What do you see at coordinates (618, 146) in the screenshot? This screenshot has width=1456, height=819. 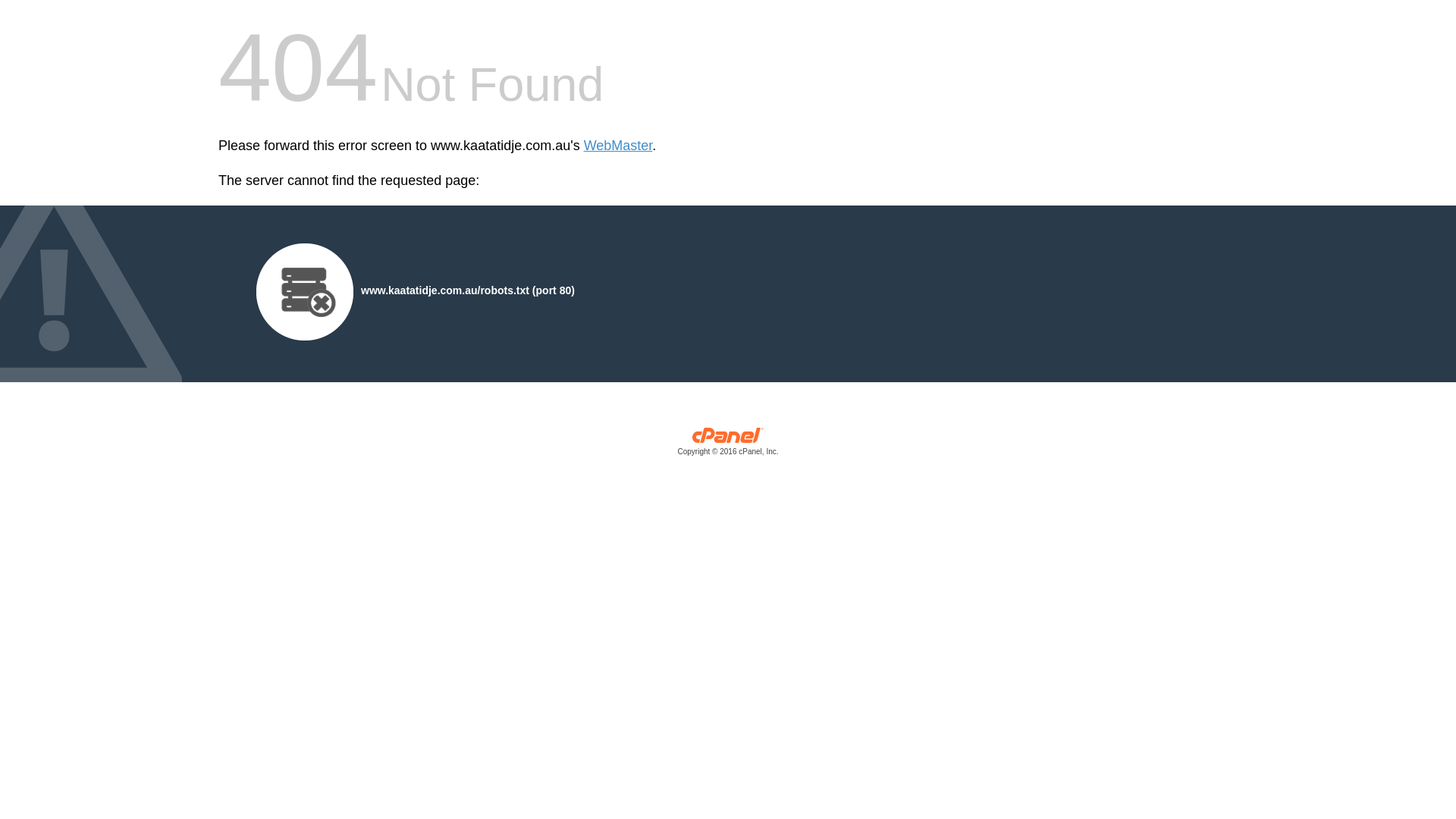 I see `'WebMaster'` at bounding box center [618, 146].